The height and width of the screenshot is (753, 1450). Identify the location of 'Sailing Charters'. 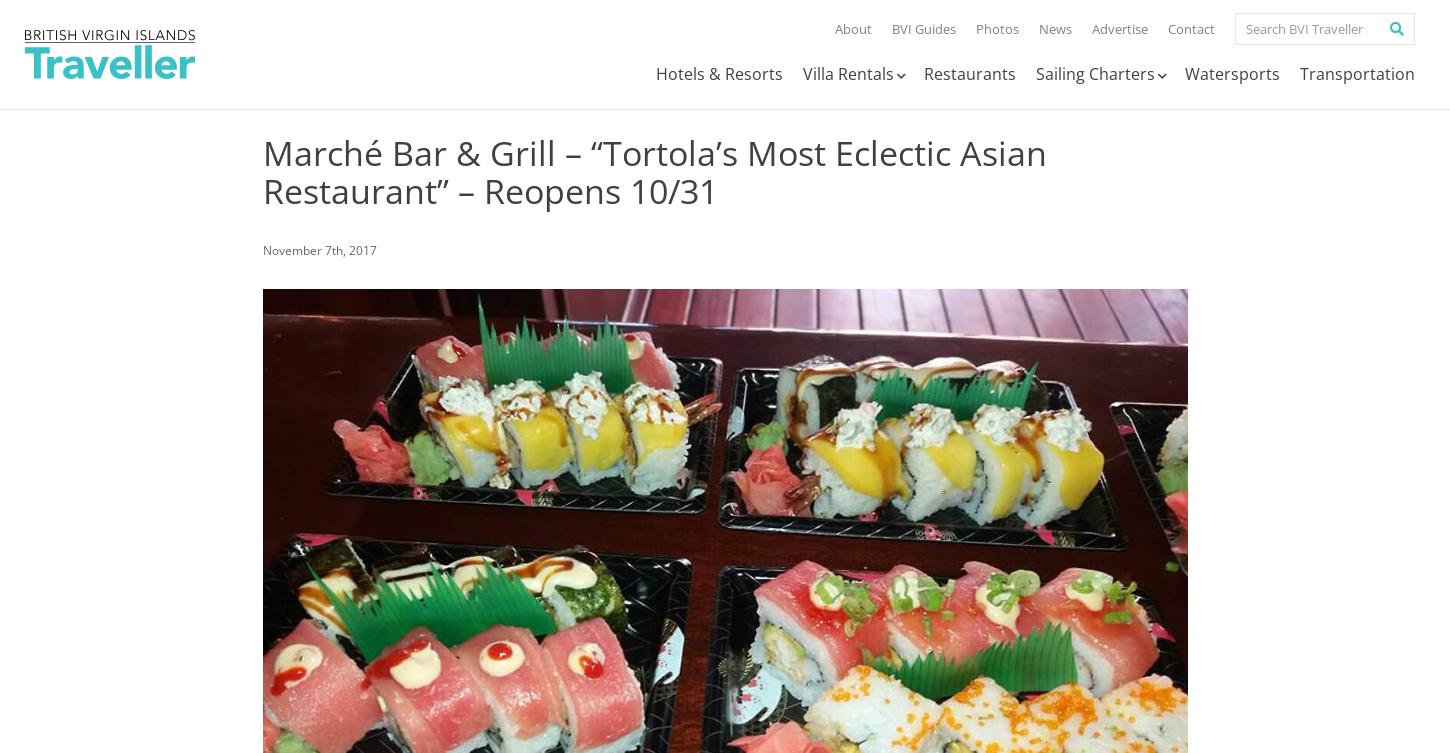
(1094, 74).